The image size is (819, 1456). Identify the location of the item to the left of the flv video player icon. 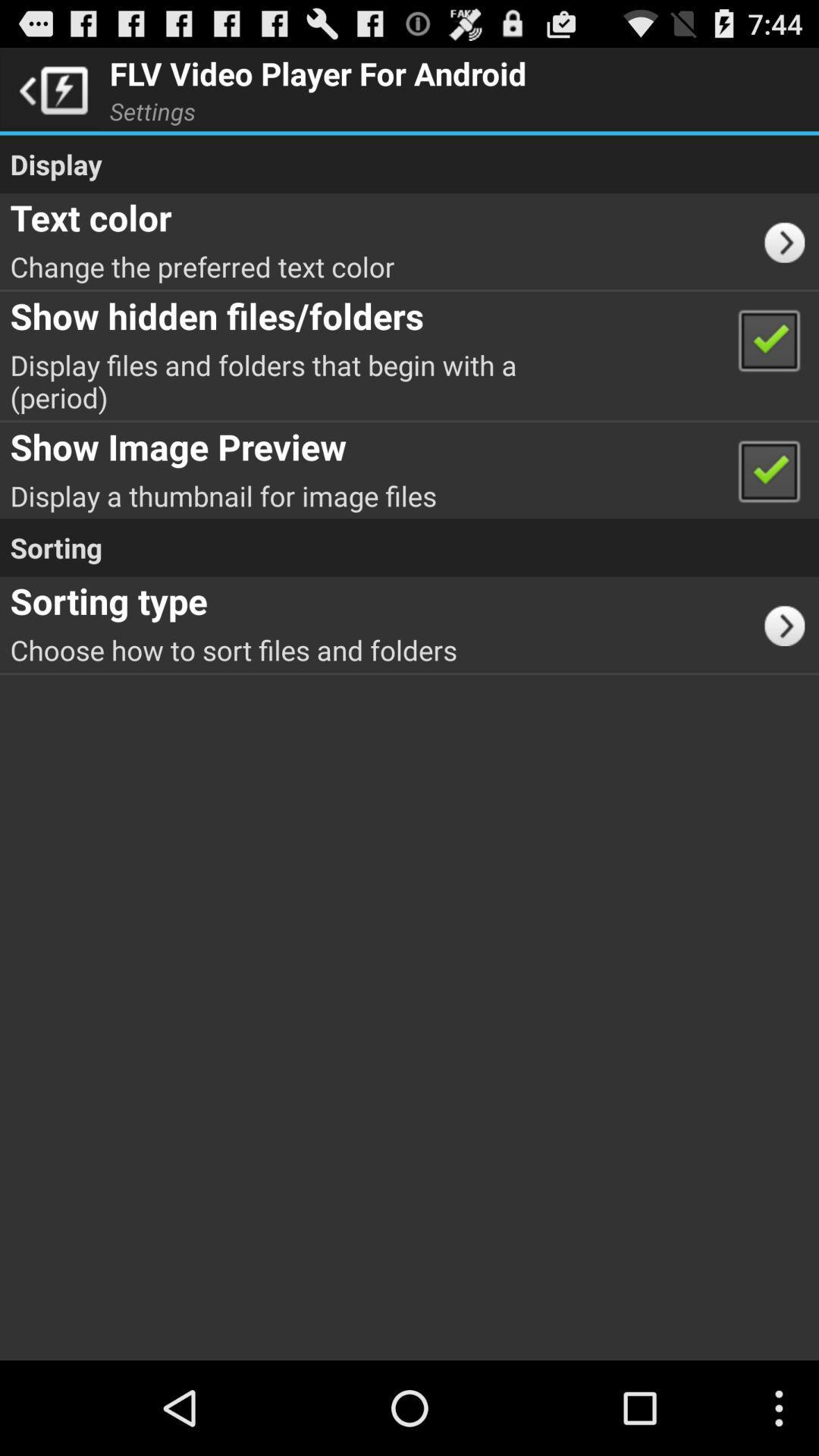
(49, 88).